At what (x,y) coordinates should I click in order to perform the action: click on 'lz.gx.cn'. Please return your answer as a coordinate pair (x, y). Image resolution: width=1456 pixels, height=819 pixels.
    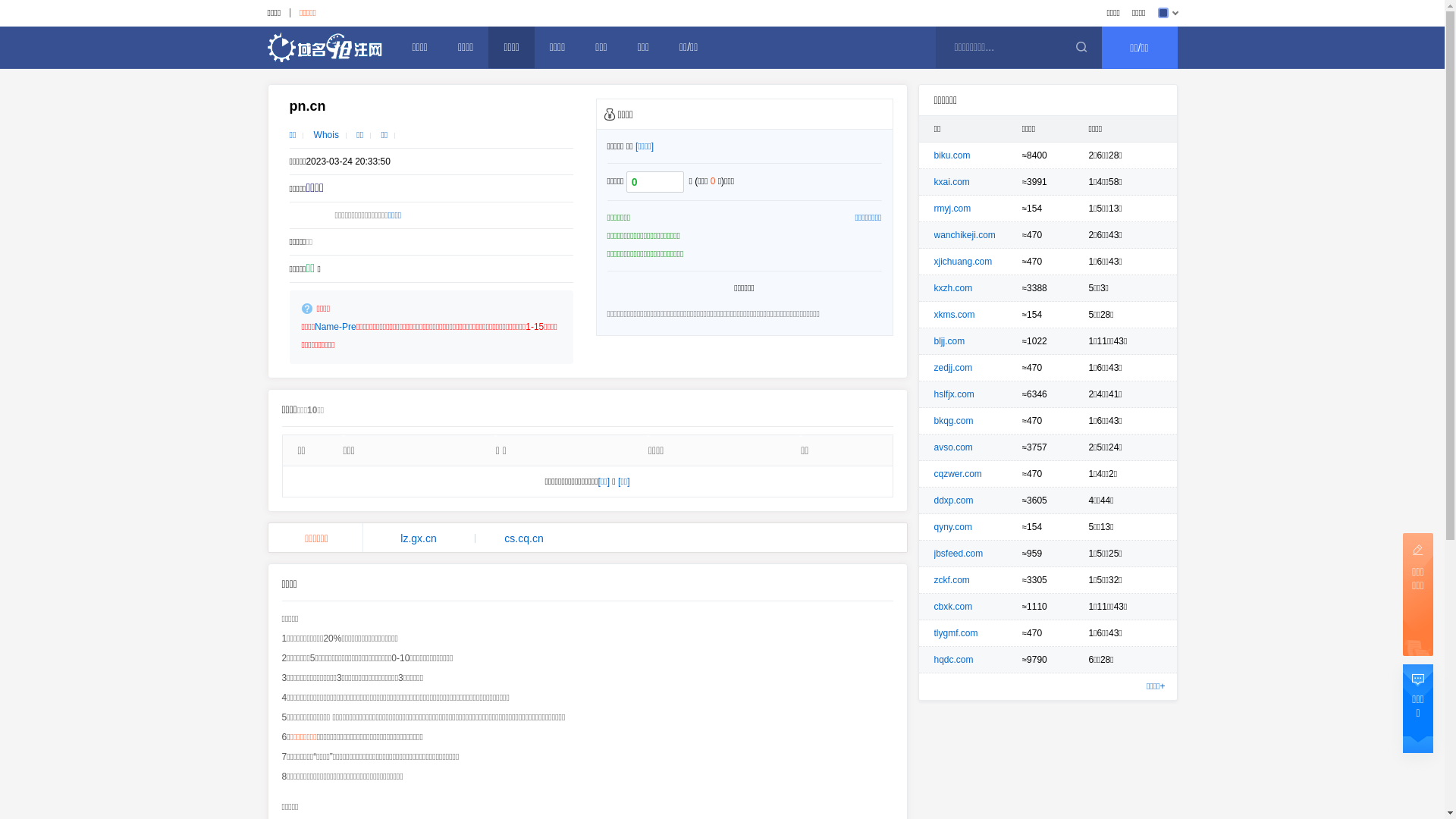
    Looking at the image, I should click on (418, 537).